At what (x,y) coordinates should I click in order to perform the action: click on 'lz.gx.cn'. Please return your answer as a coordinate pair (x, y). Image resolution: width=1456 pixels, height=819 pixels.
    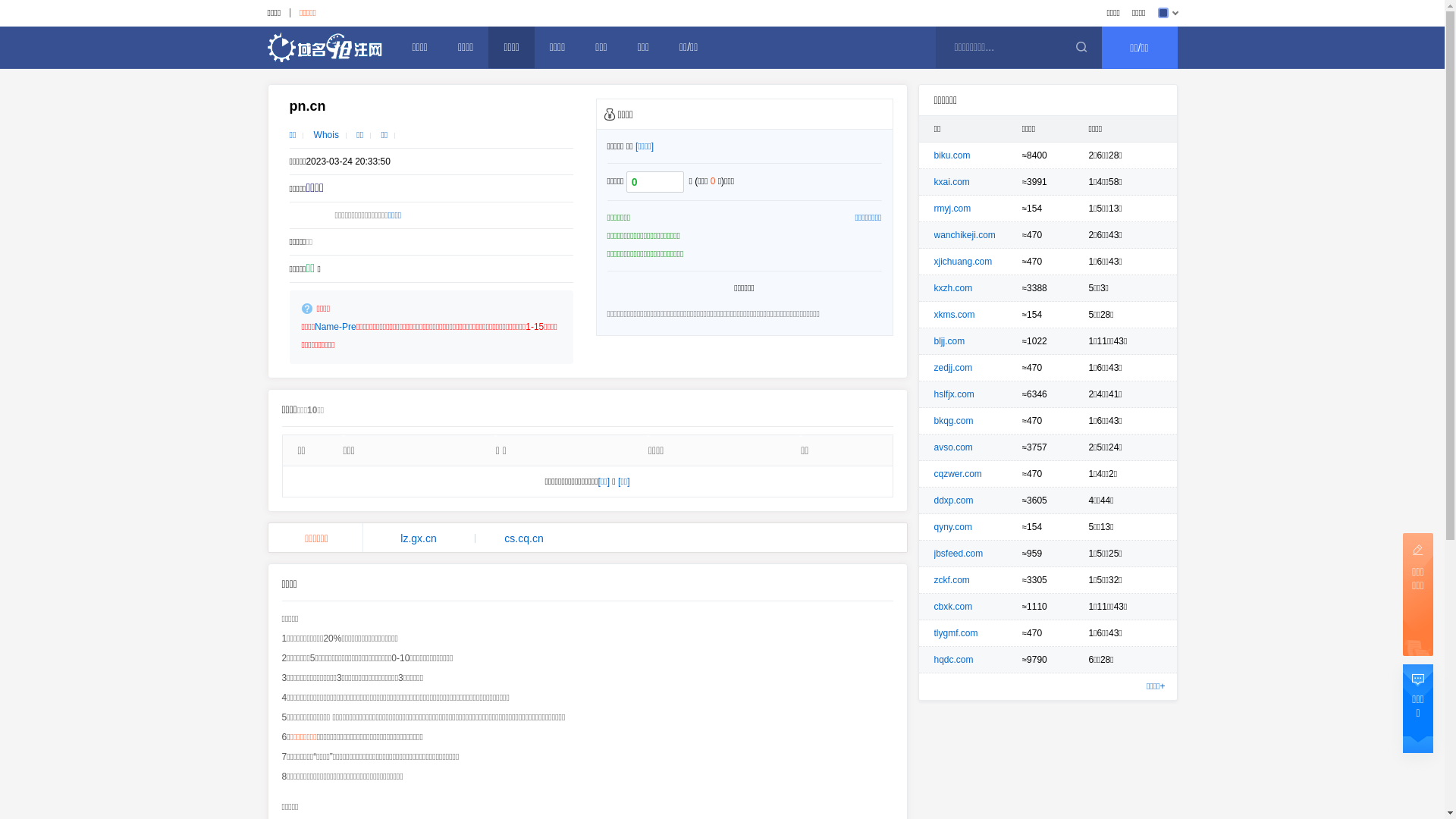
    Looking at the image, I should click on (418, 537).